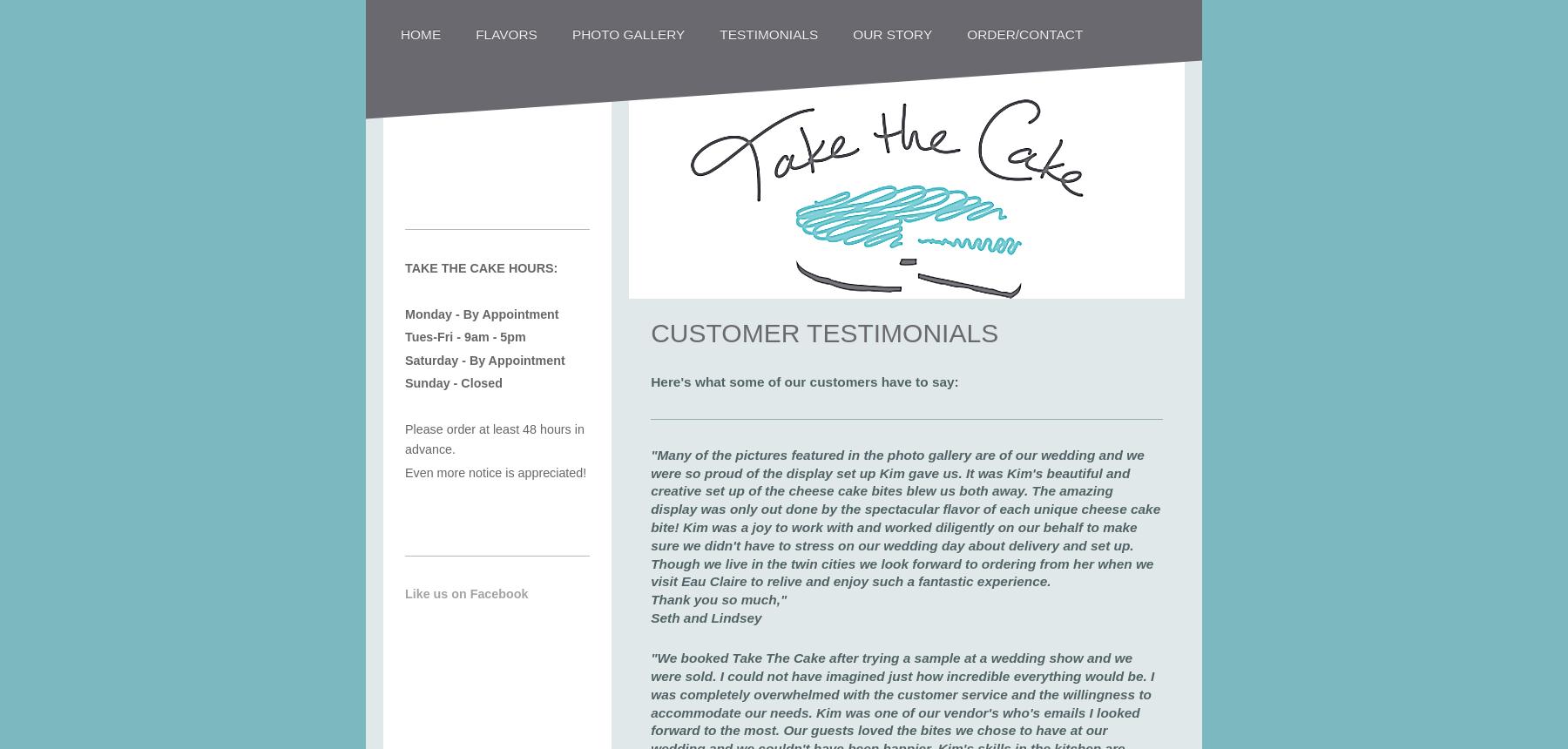  Describe the element at coordinates (627, 33) in the screenshot. I see `'Photo Gallery'` at that location.